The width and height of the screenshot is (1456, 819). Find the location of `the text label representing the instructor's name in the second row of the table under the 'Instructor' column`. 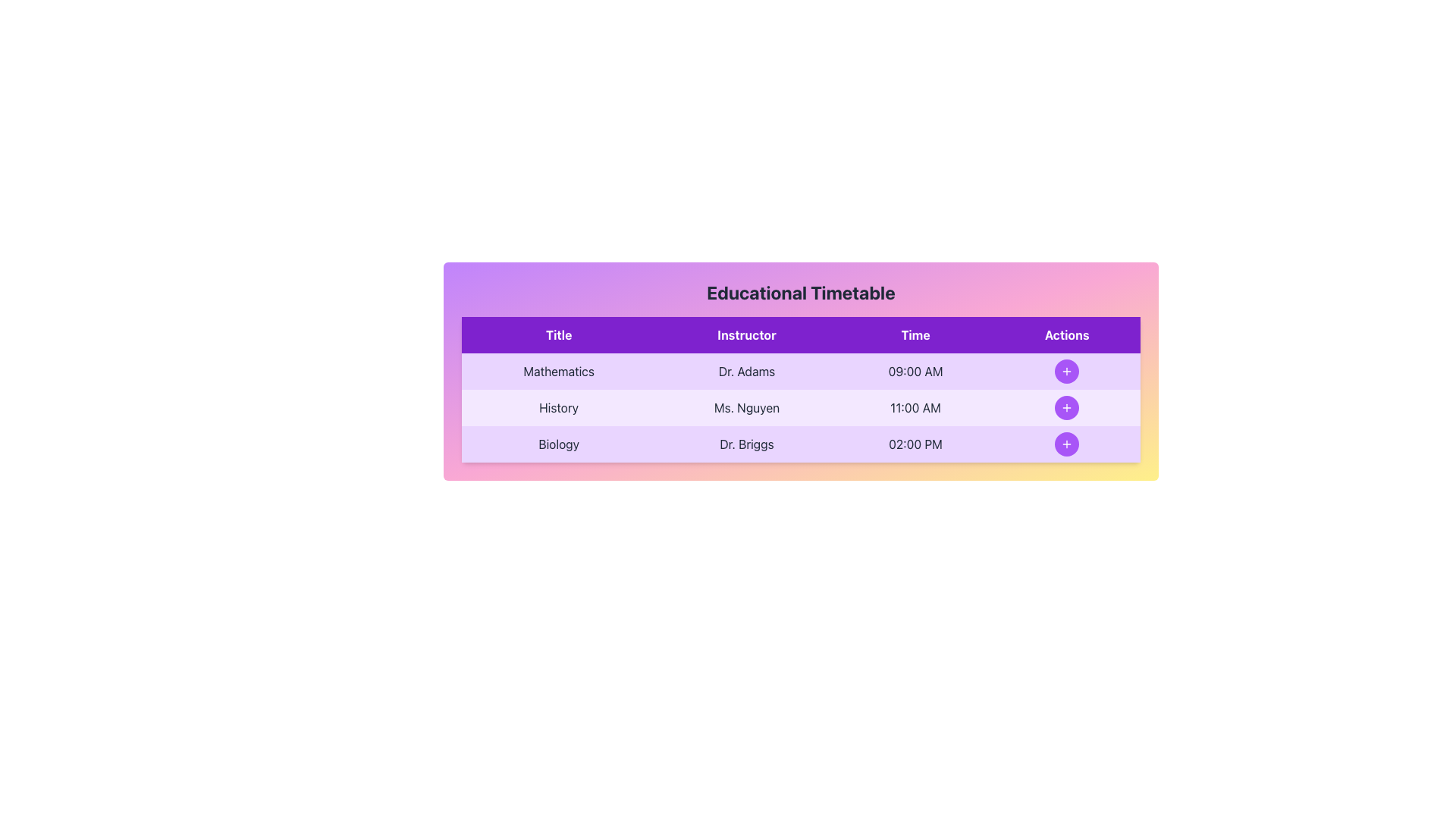

the text label representing the instructor's name in the second row of the table under the 'Instructor' column is located at coordinates (746, 406).